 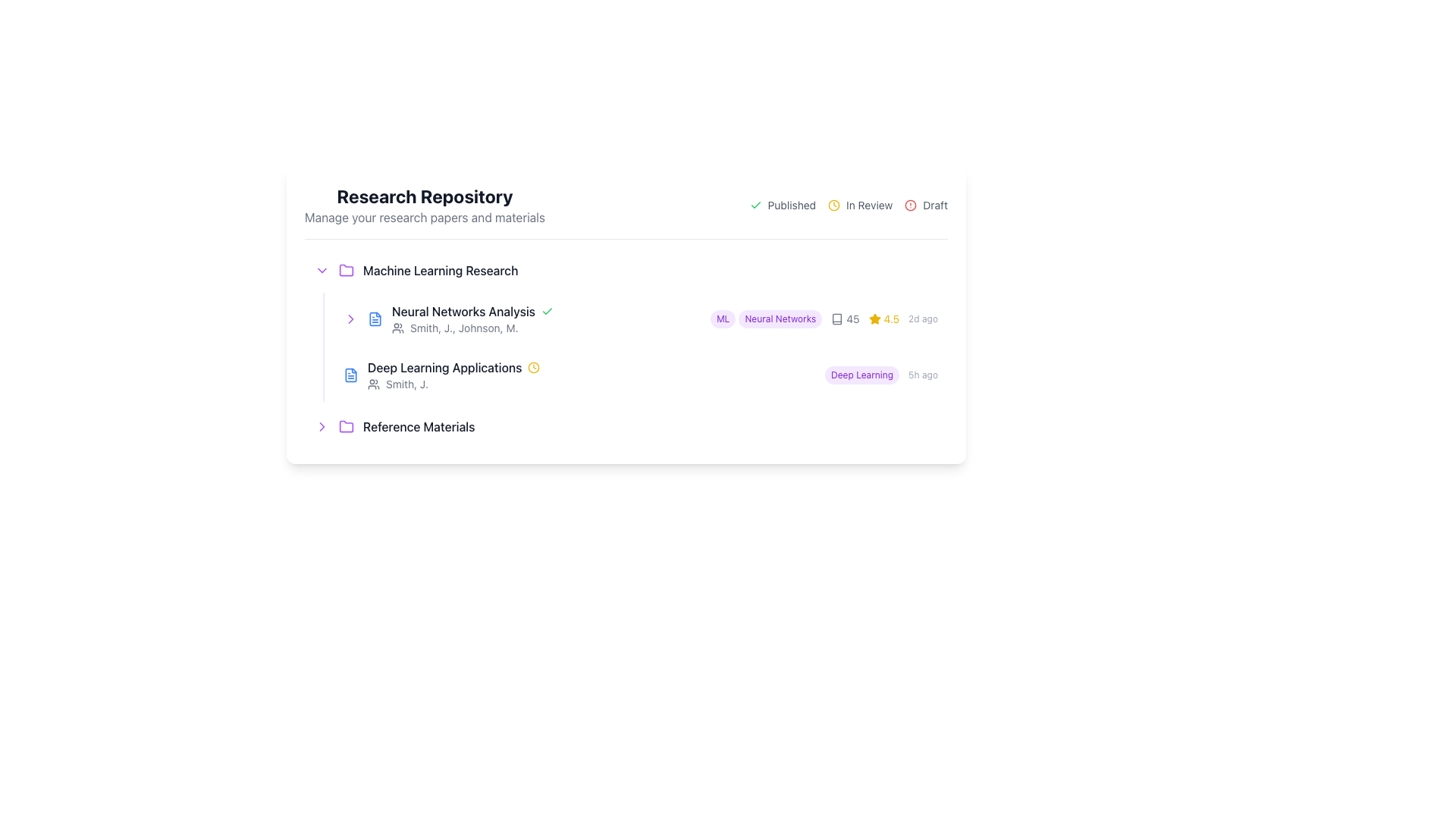 I want to click on the Chevron-down icon located at the center-left of the 'Machine Learning Research' section, so click(x=322, y=270).